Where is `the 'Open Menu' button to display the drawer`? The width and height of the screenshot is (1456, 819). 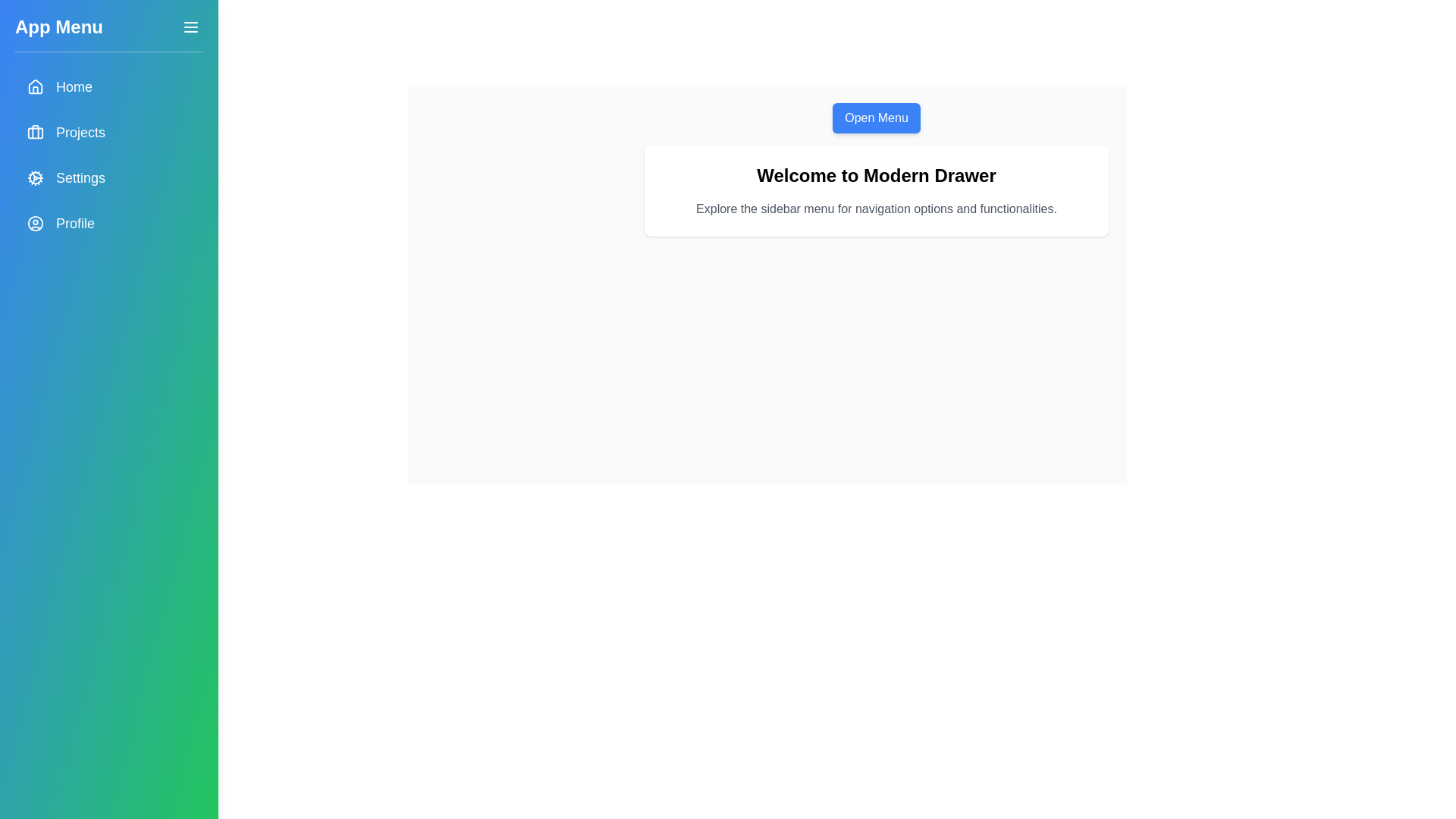 the 'Open Menu' button to display the drawer is located at coordinates (876, 117).